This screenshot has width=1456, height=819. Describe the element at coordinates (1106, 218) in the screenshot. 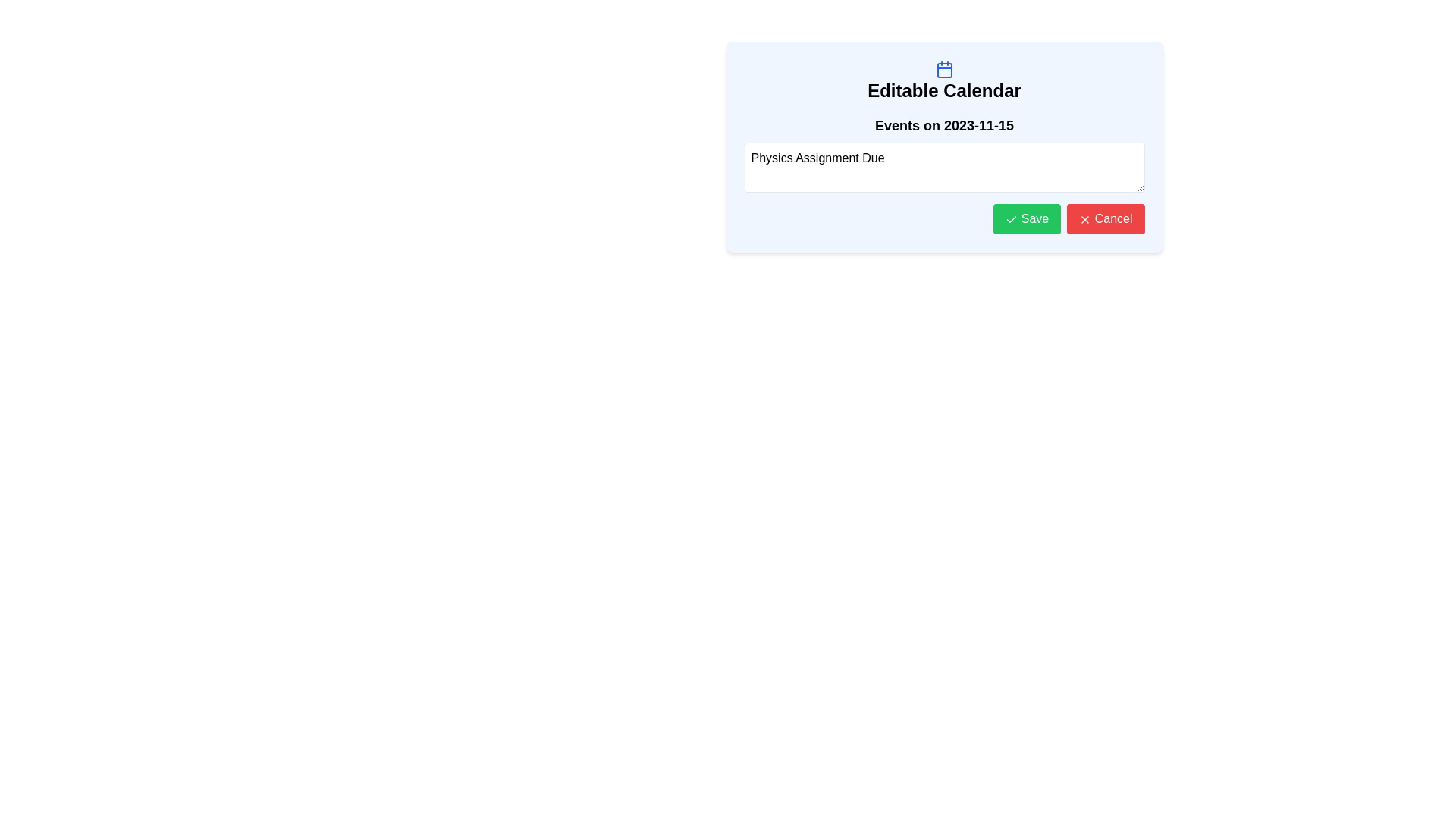

I see `the red 'Cancel' button with a white cross icon and text, located in the bottom right corner of the dialog box` at that location.